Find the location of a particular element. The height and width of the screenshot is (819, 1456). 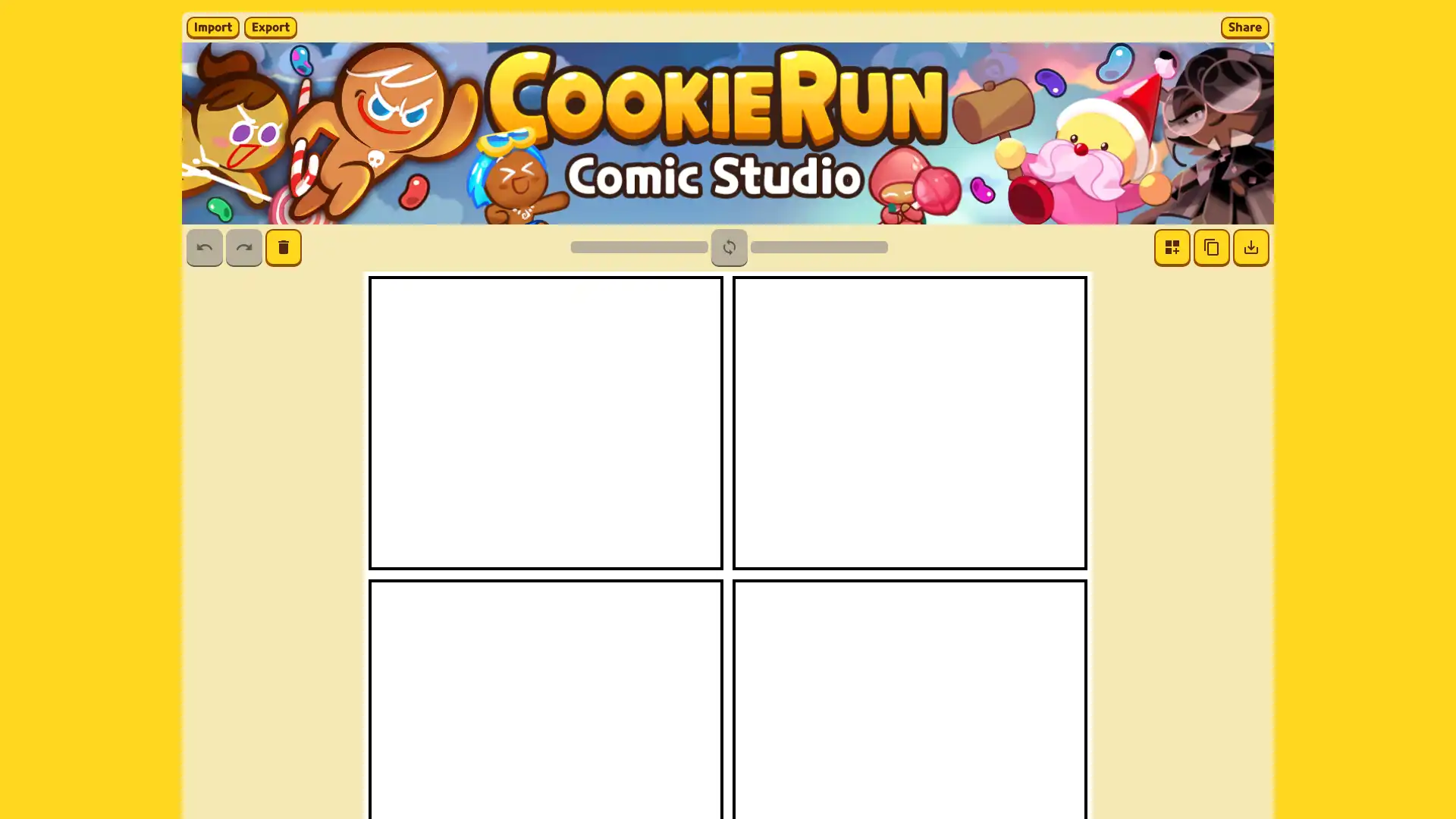

Export is located at coordinates (270, 27).